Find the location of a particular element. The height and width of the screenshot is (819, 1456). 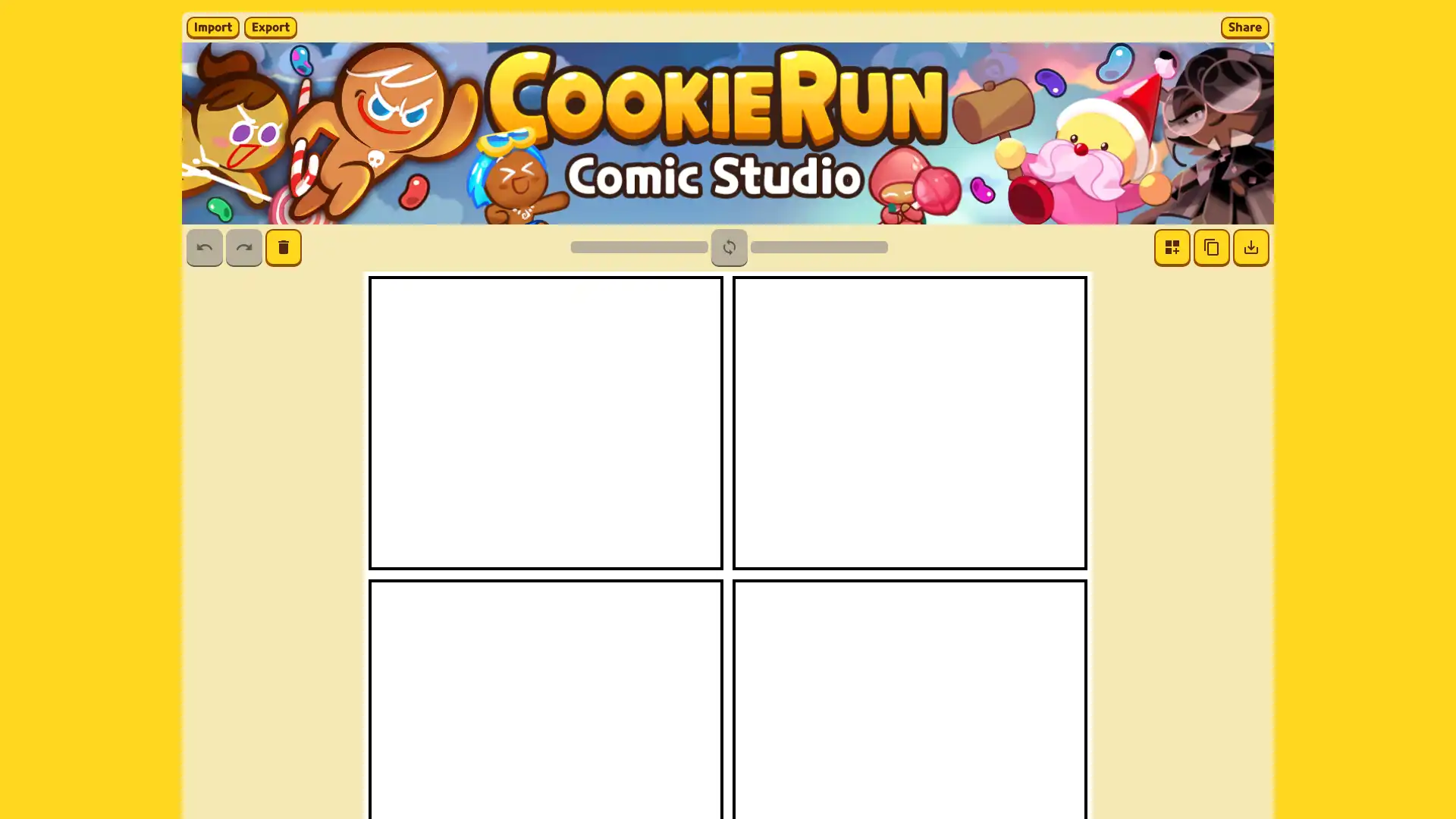

Export is located at coordinates (270, 27).